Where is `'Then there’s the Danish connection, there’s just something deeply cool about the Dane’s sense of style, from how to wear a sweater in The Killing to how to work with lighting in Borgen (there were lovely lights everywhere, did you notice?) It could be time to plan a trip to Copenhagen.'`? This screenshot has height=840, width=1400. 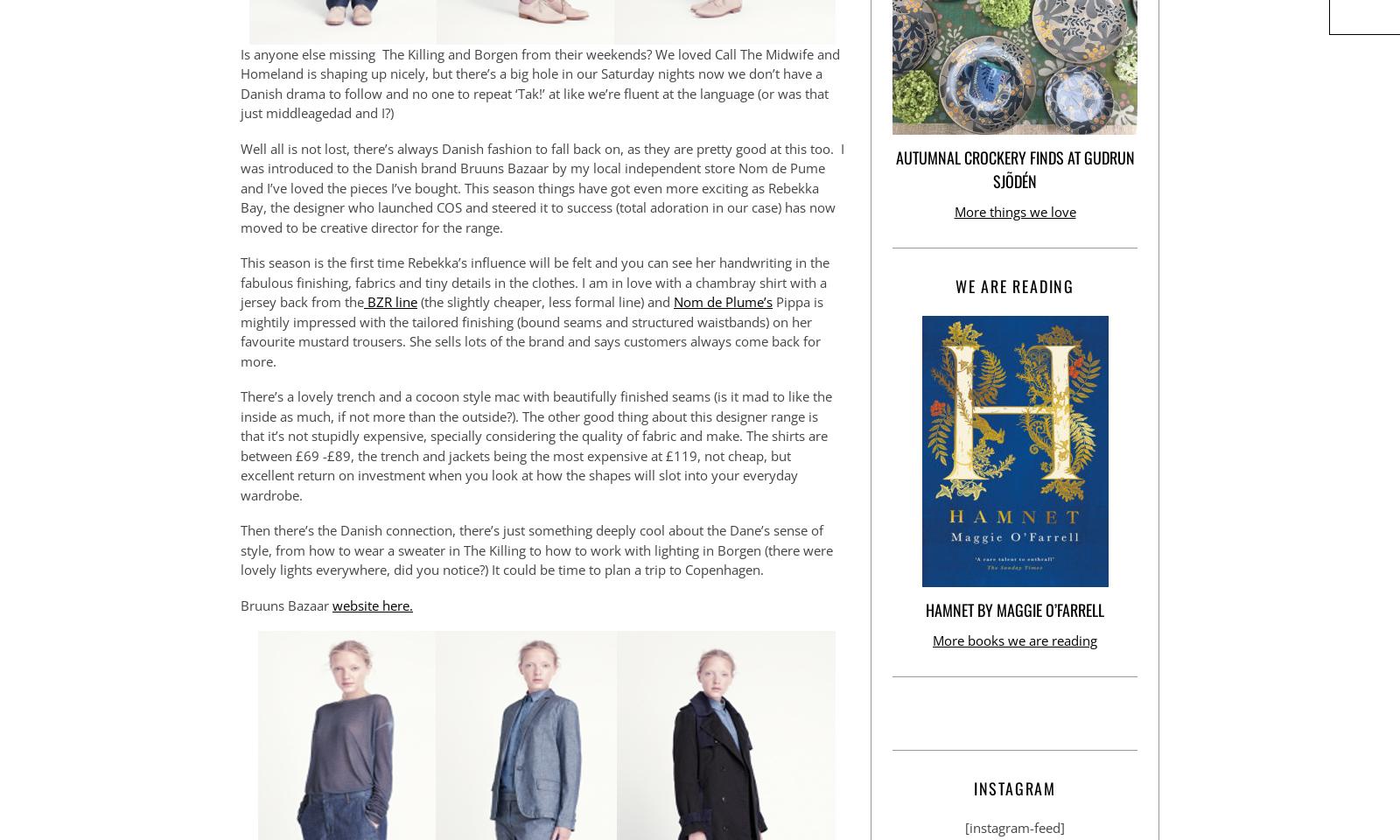
'Then there’s the Danish connection, there’s just something deeply cool about the Dane’s sense of style, from how to wear a sweater in The Killing to how to work with lighting in Borgen (there were lovely lights everywhere, did you notice?) It could be time to plan a trip to Copenhagen.' is located at coordinates (536, 549).